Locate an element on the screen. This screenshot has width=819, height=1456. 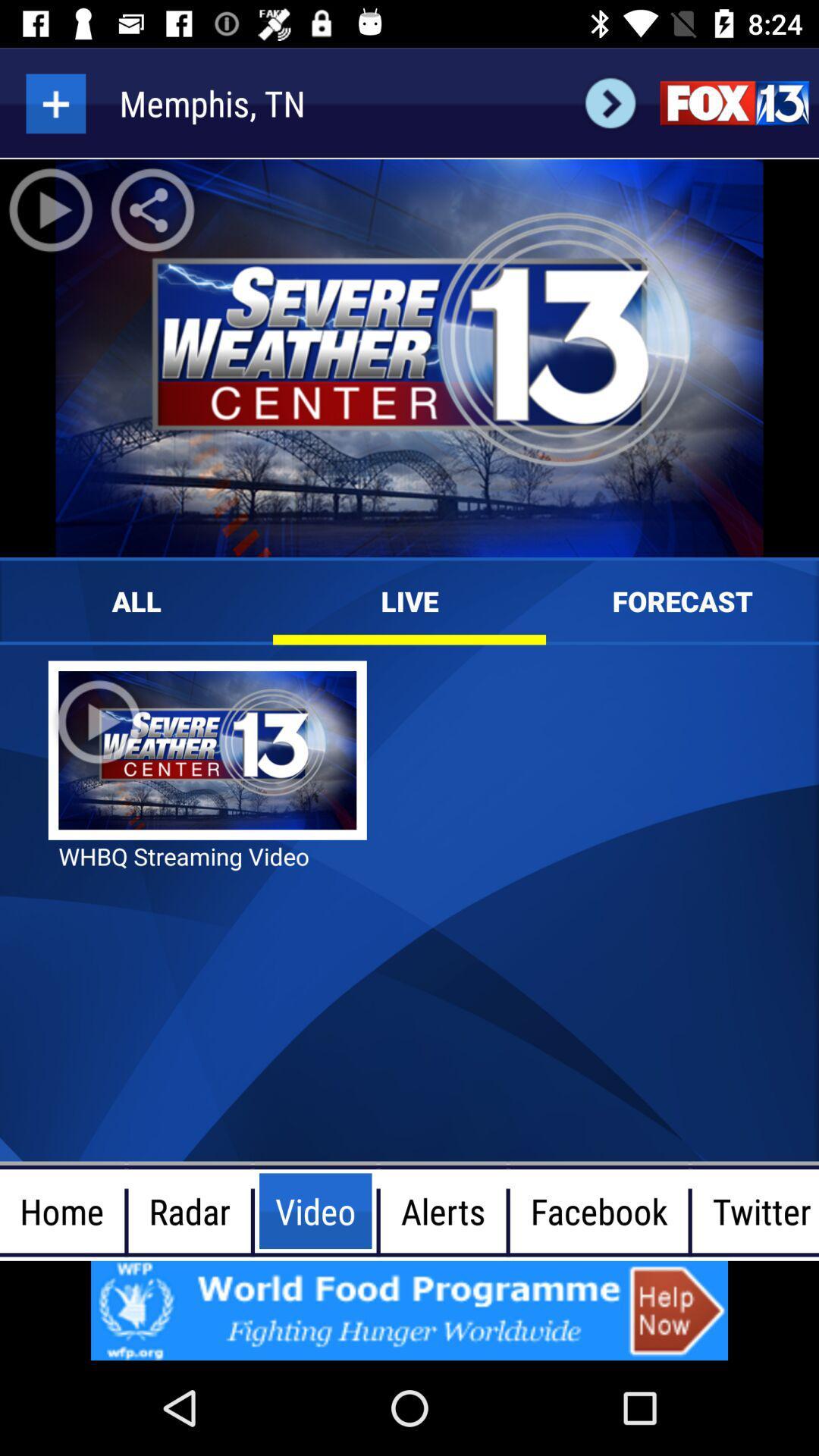
fox 13 is located at coordinates (733, 102).